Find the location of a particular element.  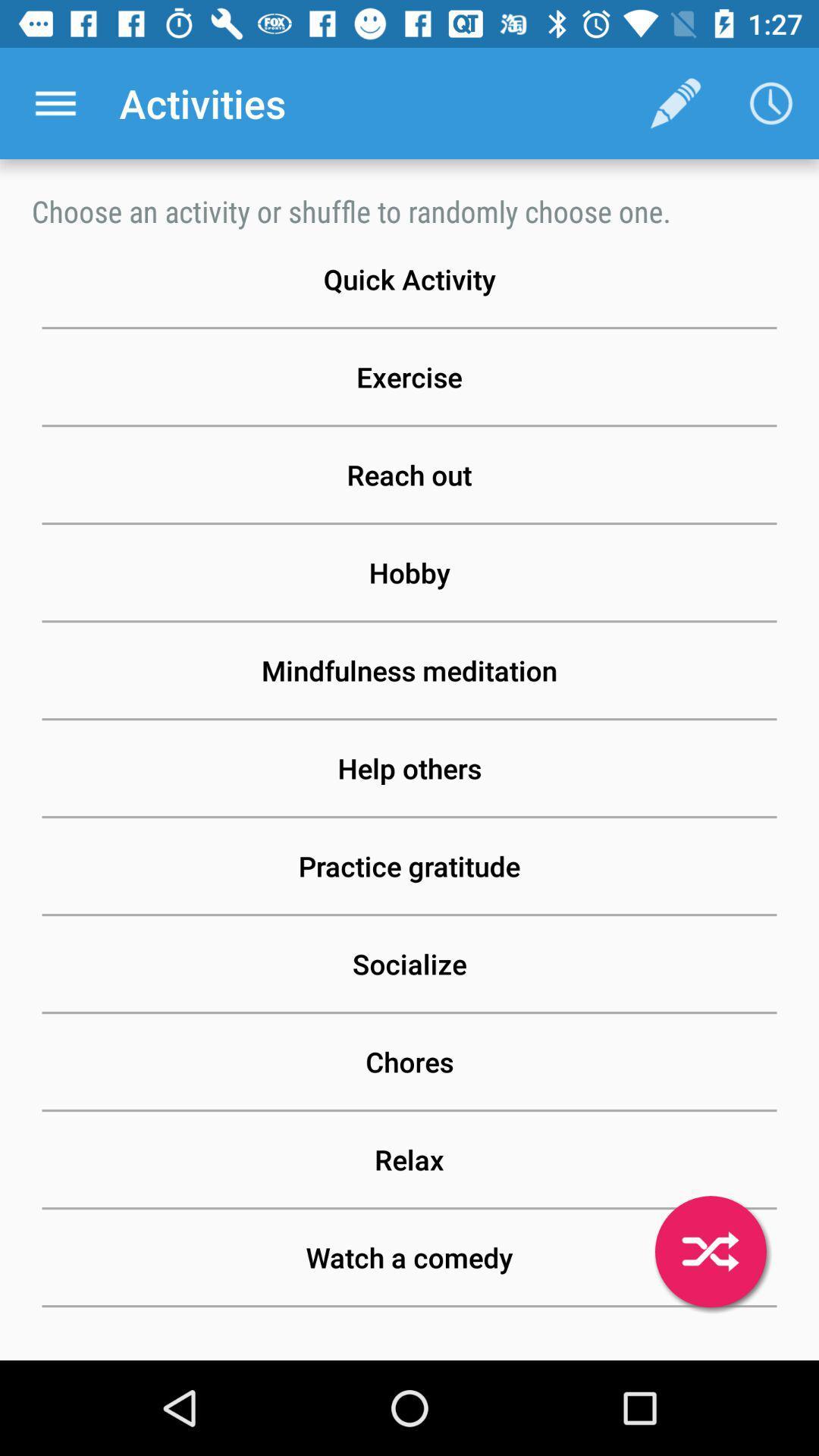

app to the left of the activities item is located at coordinates (55, 102).